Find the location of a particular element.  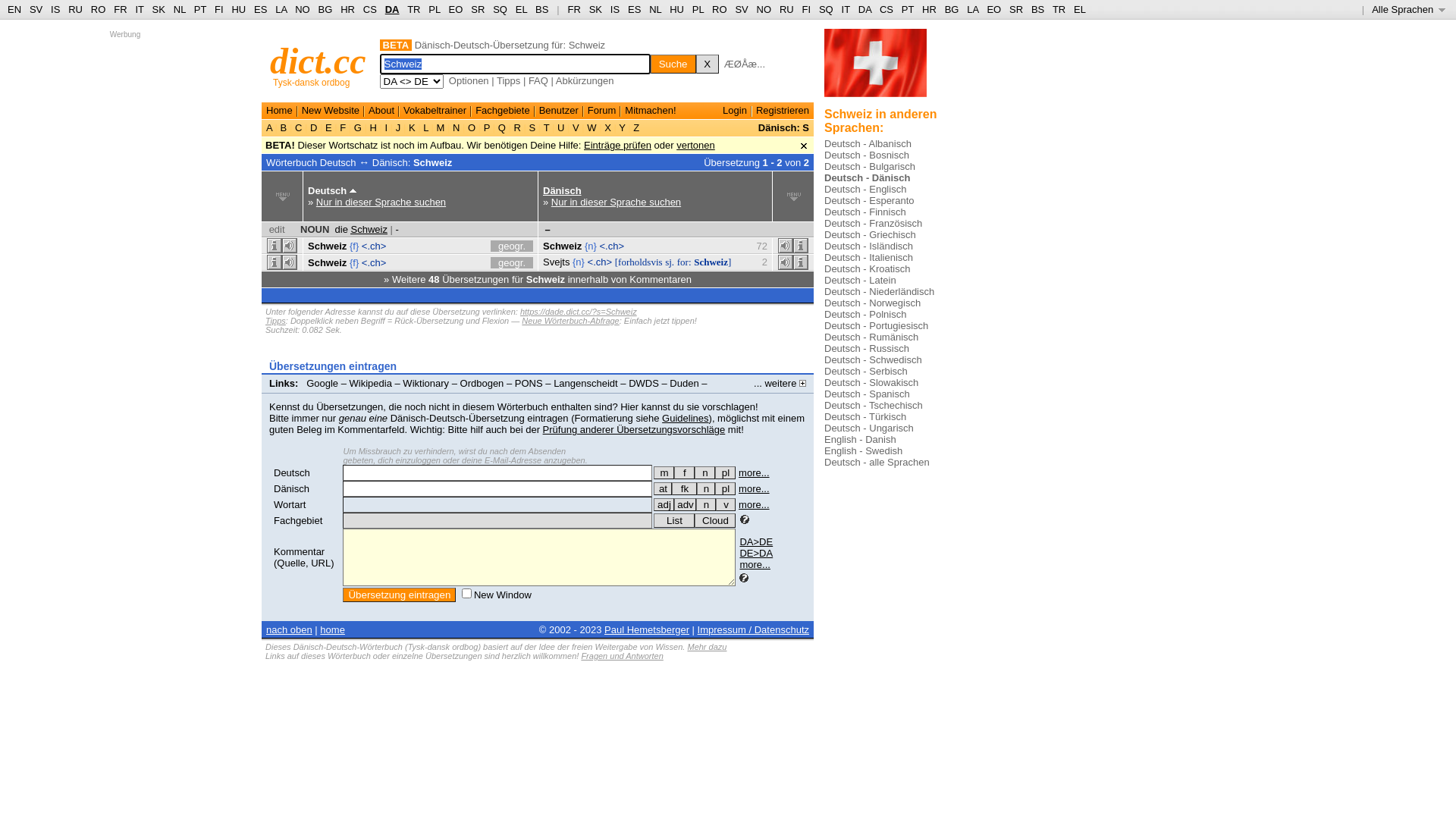

'... weitere' is located at coordinates (780, 382).